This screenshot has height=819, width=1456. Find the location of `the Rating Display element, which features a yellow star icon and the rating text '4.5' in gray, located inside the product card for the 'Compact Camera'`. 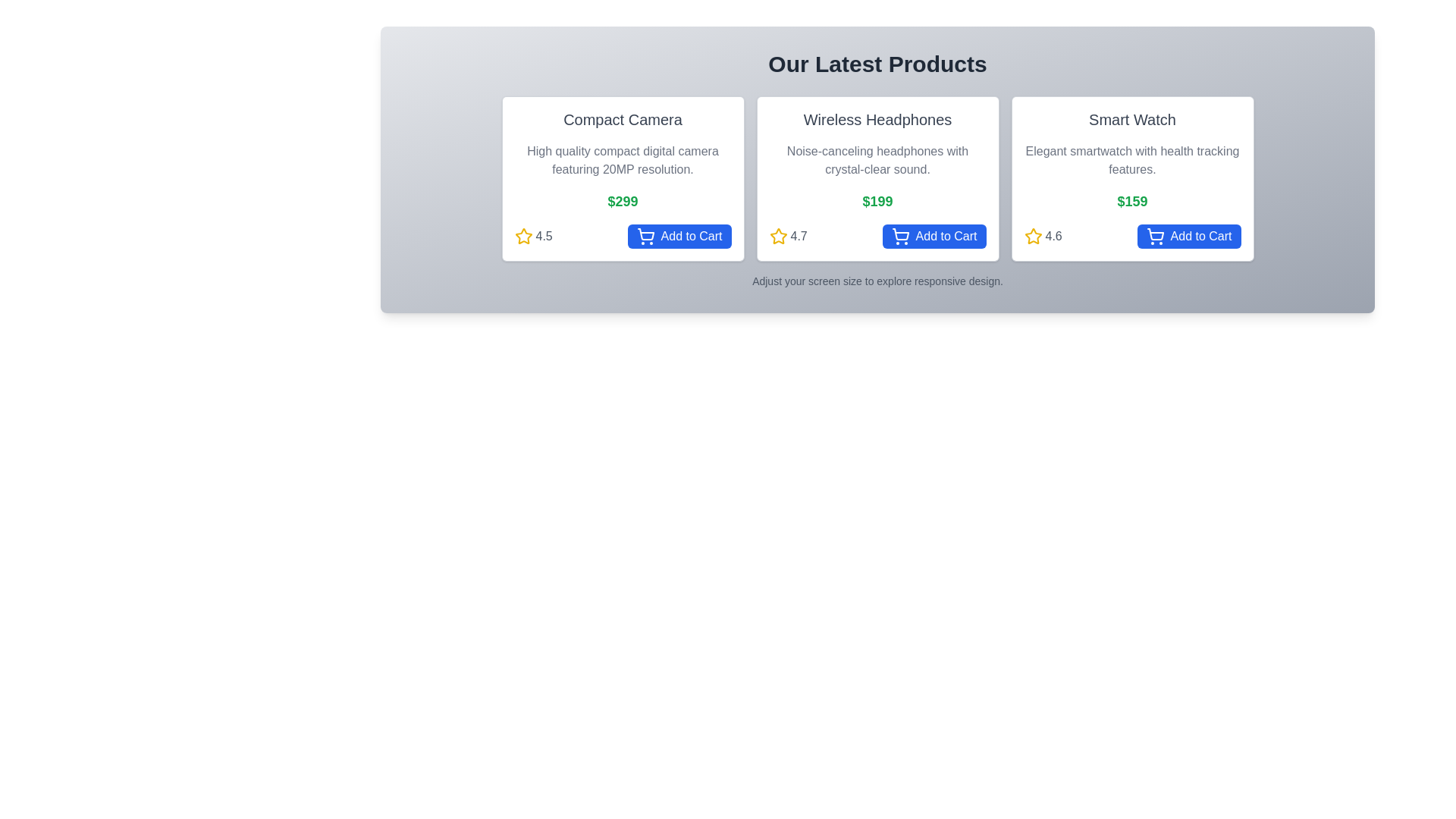

the Rating Display element, which features a yellow star icon and the rating text '4.5' in gray, located inside the product card for the 'Compact Camera' is located at coordinates (533, 237).